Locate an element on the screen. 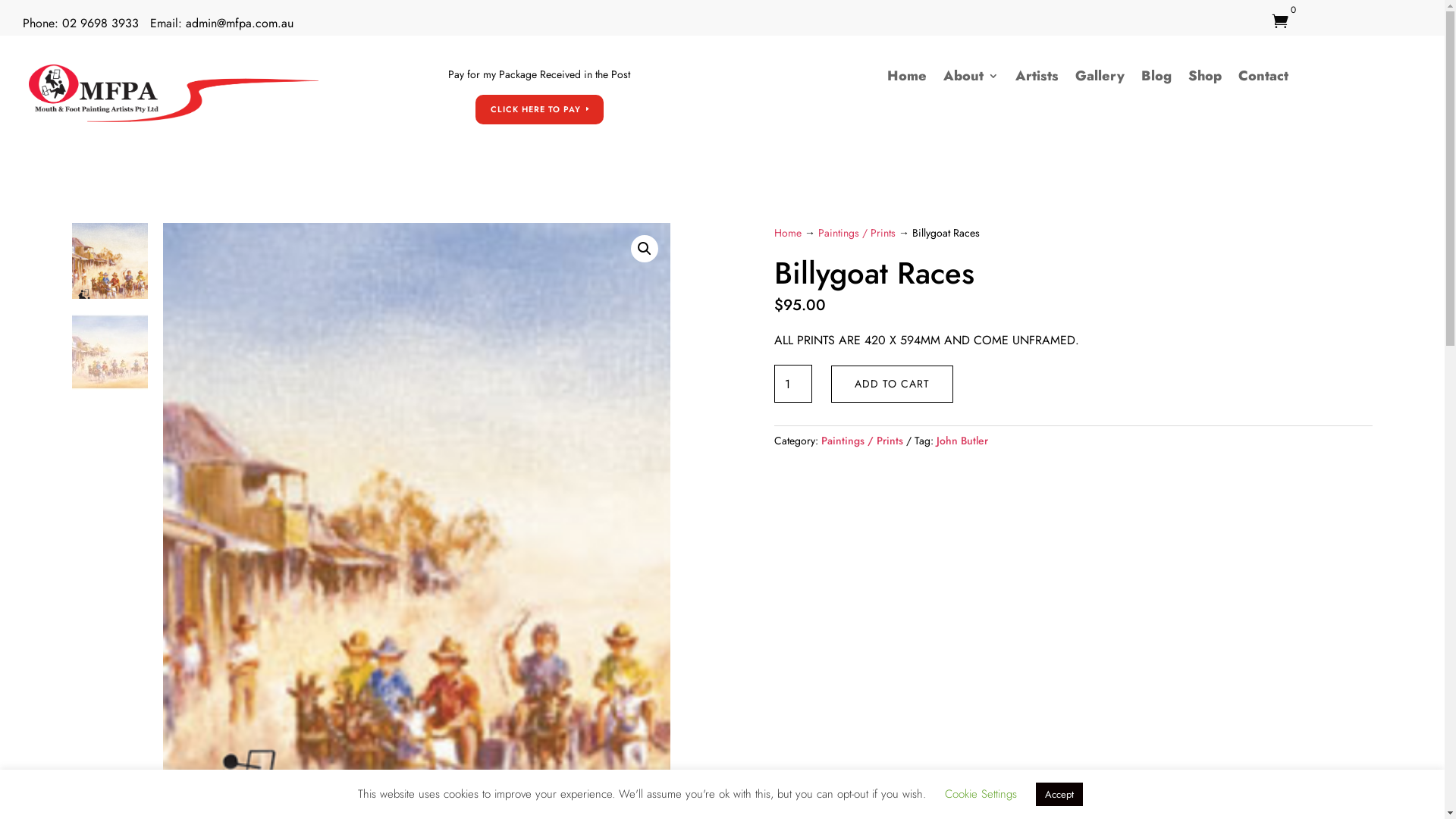 Image resolution: width=1456 pixels, height=819 pixels. 'Contact' is located at coordinates (1263, 79).